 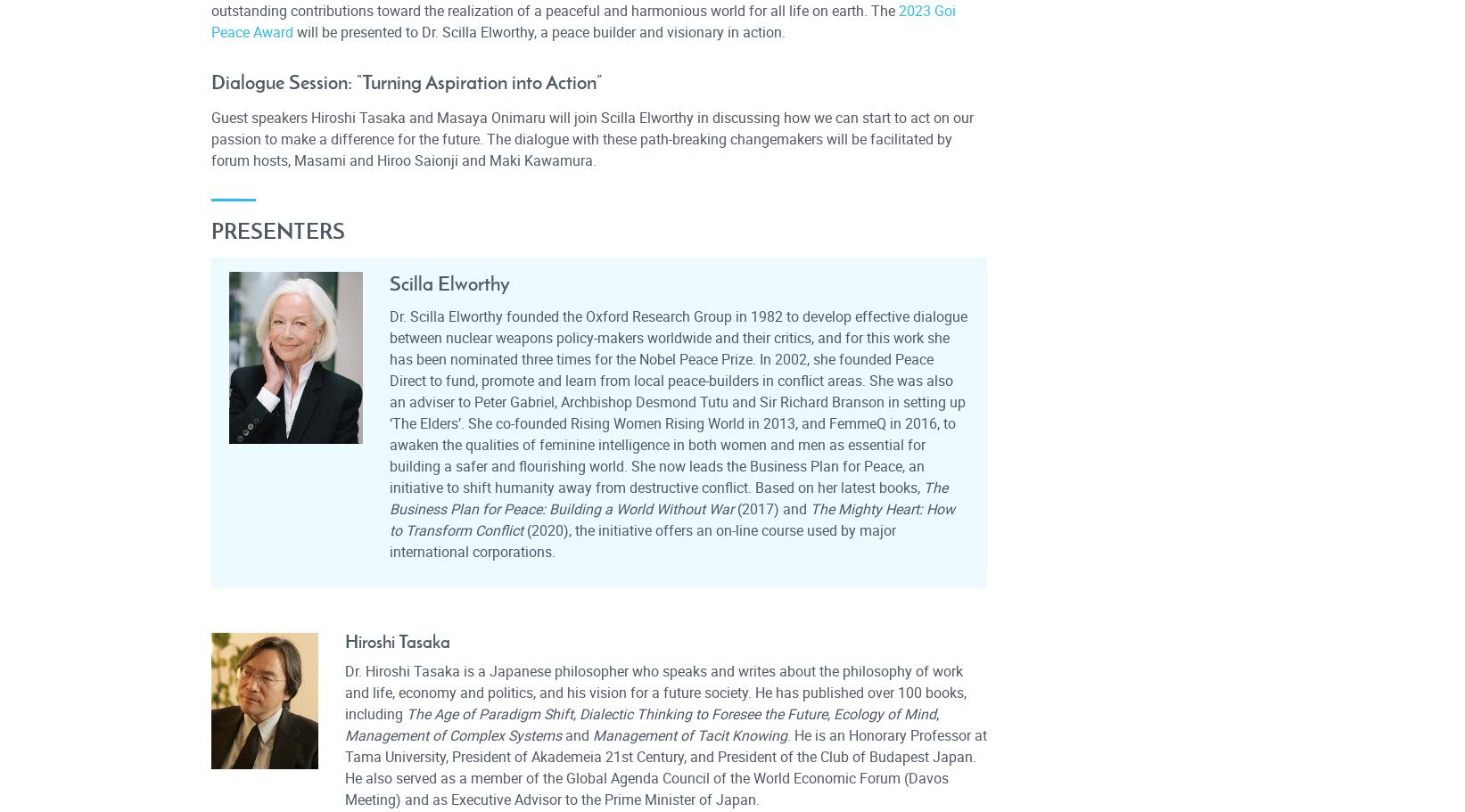 What do you see at coordinates (581, 21) in the screenshot?
I see `'2023 Goi Peace Award'` at bounding box center [581, 21].